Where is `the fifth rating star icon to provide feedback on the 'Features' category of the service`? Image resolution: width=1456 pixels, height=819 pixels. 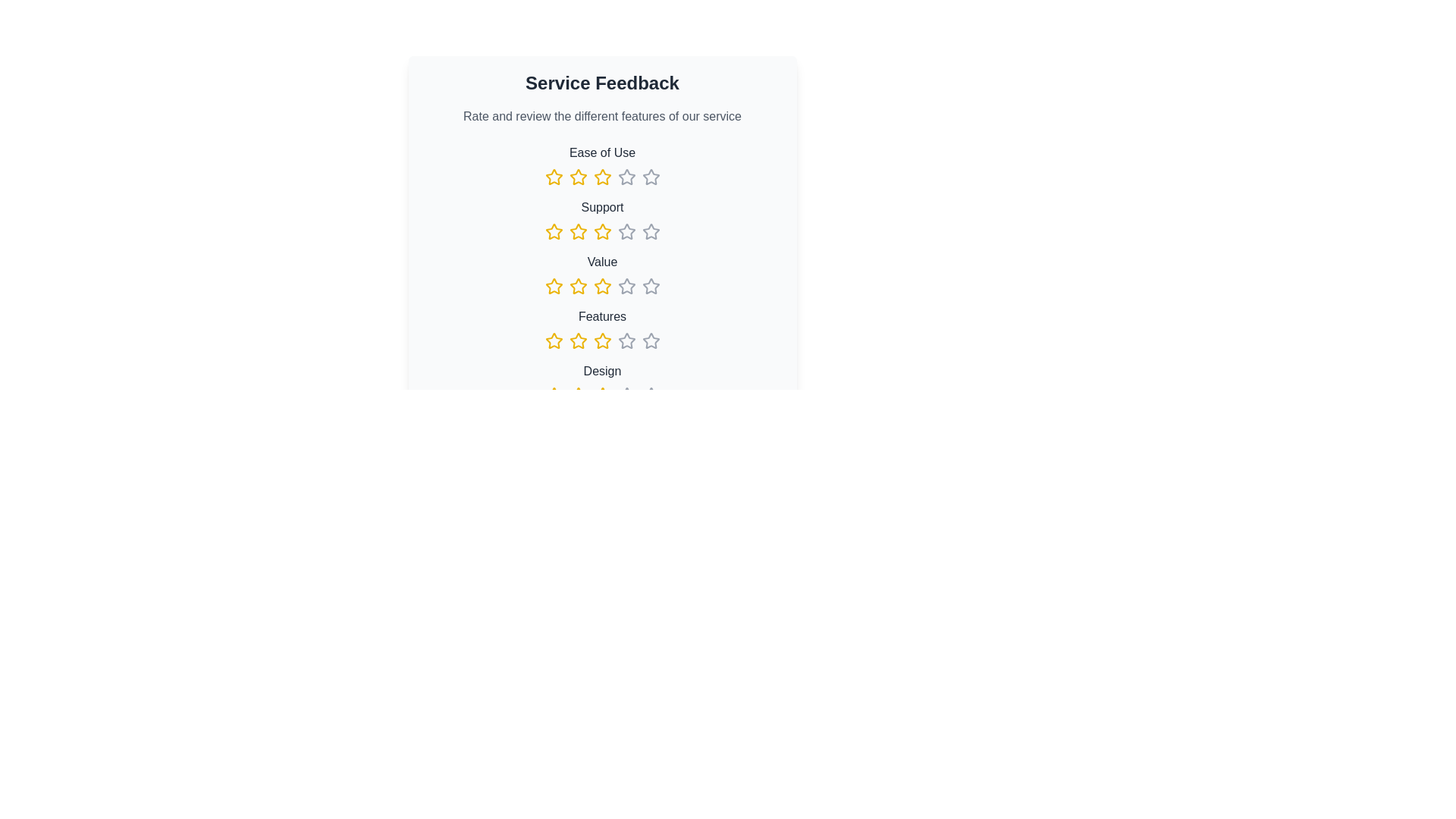
the fifth rating star icon to provide feedback on the 'Features' category of the service is located at coordinates (651, 341).